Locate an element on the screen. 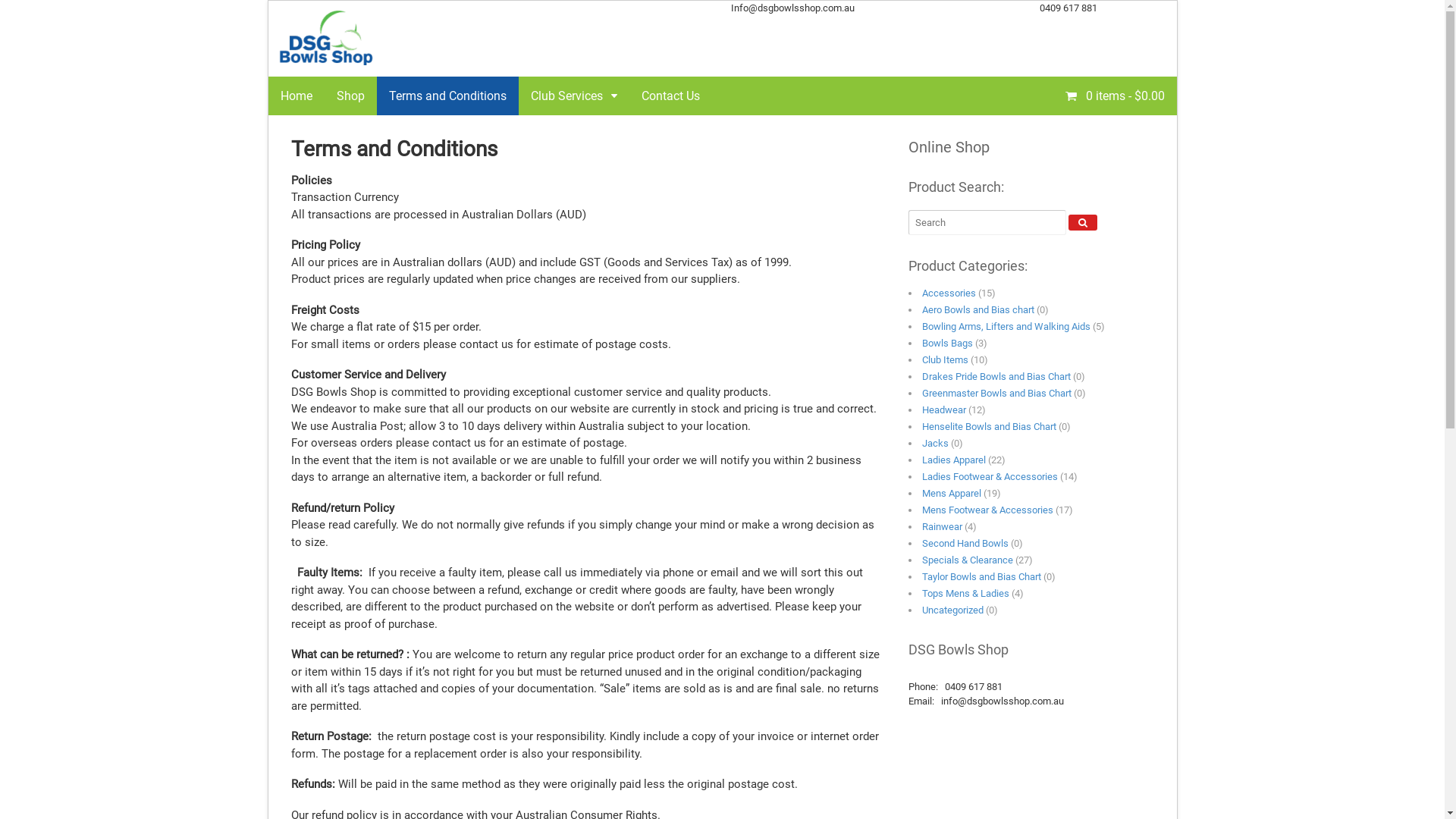 Image resolution: width=1456 pixels, height=819 pixels. 'Club Items' is located at coordinates (944, 359).